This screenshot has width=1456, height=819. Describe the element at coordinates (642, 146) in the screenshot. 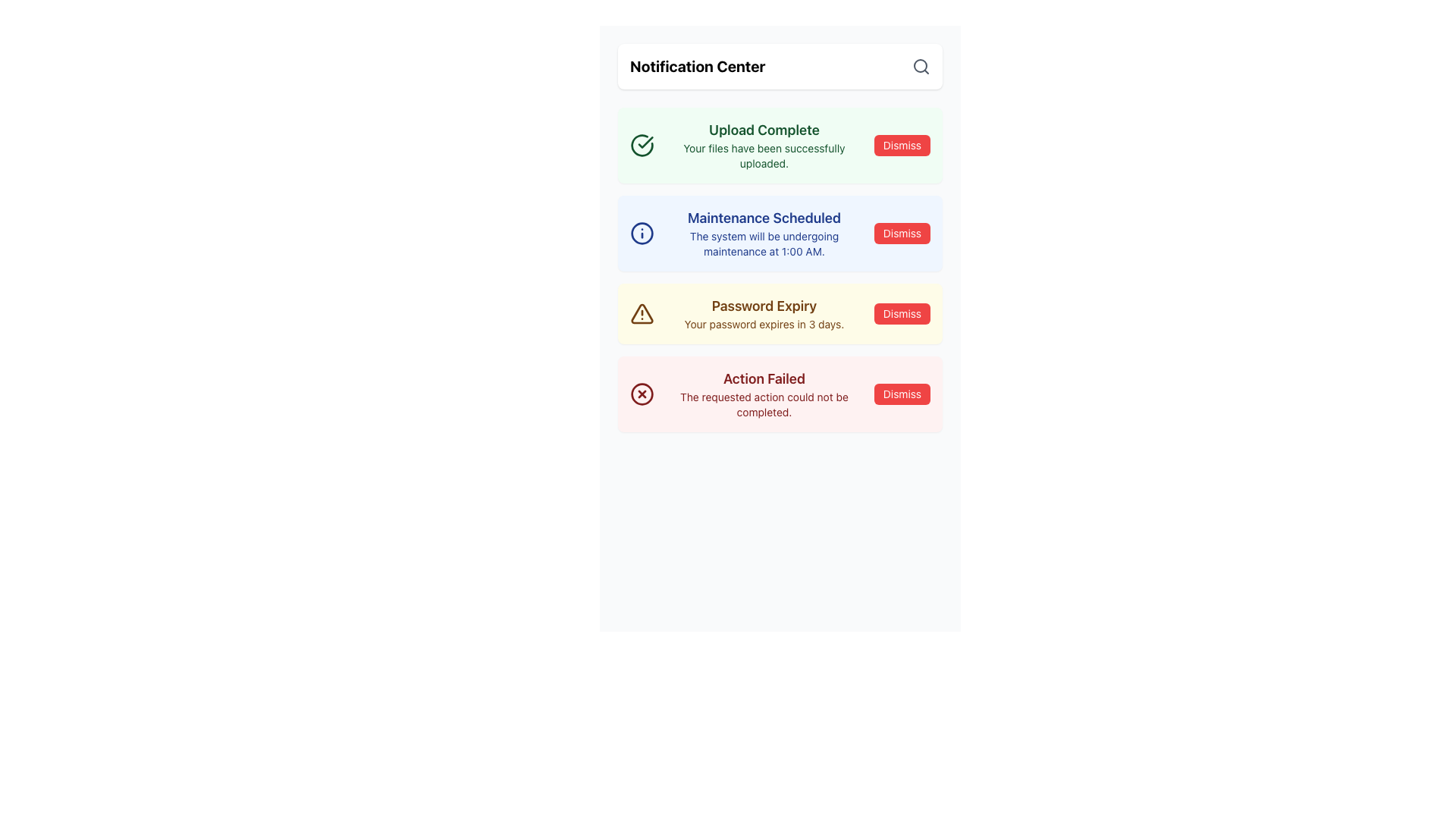

I see `the checkmark icon enclosed within a circular green border, which indicates completion and is part of the 'Upload Complete' notification card` at that location.